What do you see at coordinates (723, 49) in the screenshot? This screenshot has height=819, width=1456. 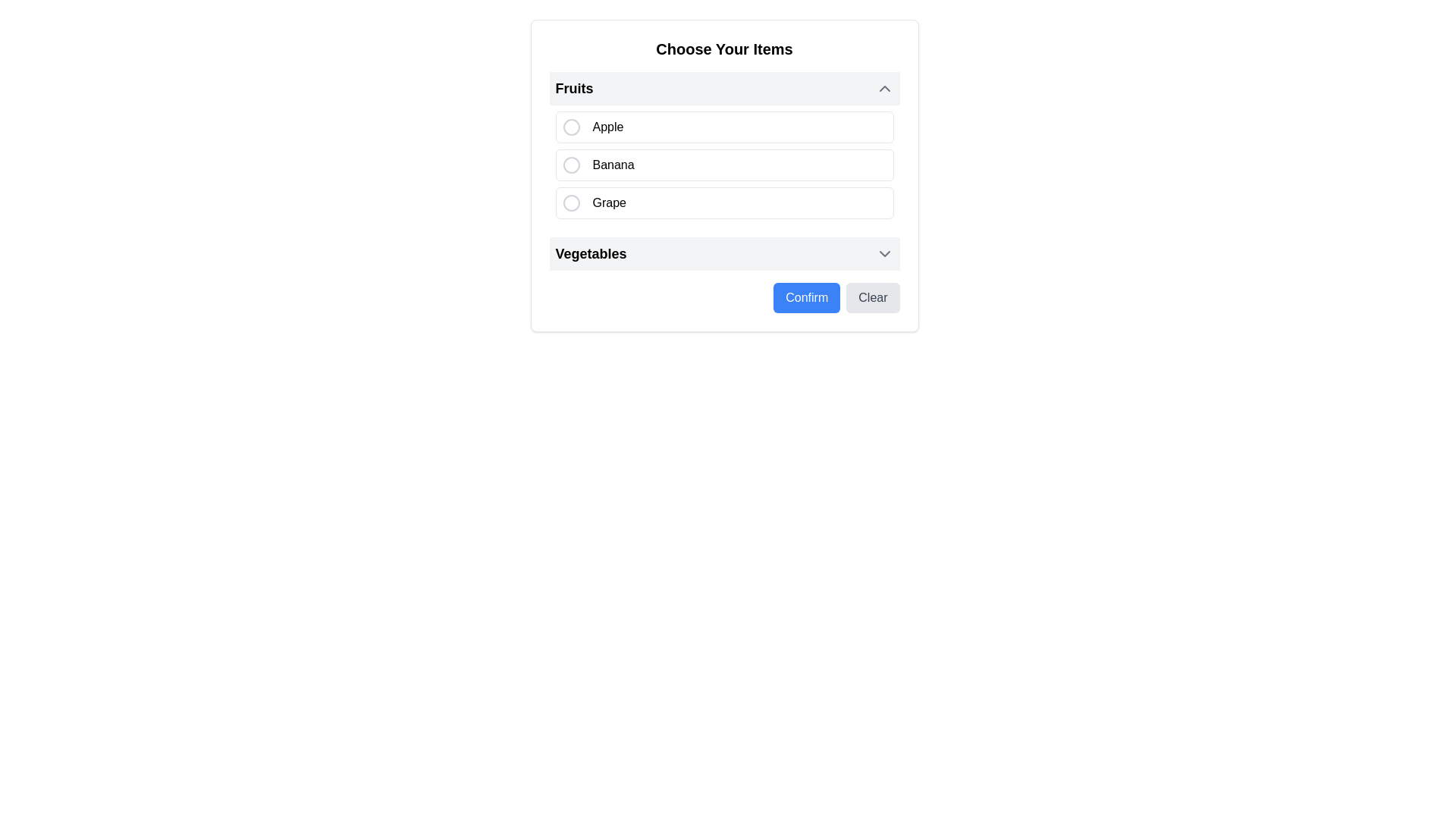 I see `title of the heading located at the top of the card displaying selectable items, which serves as the primary title for the section` at bounding box center [723, 49].